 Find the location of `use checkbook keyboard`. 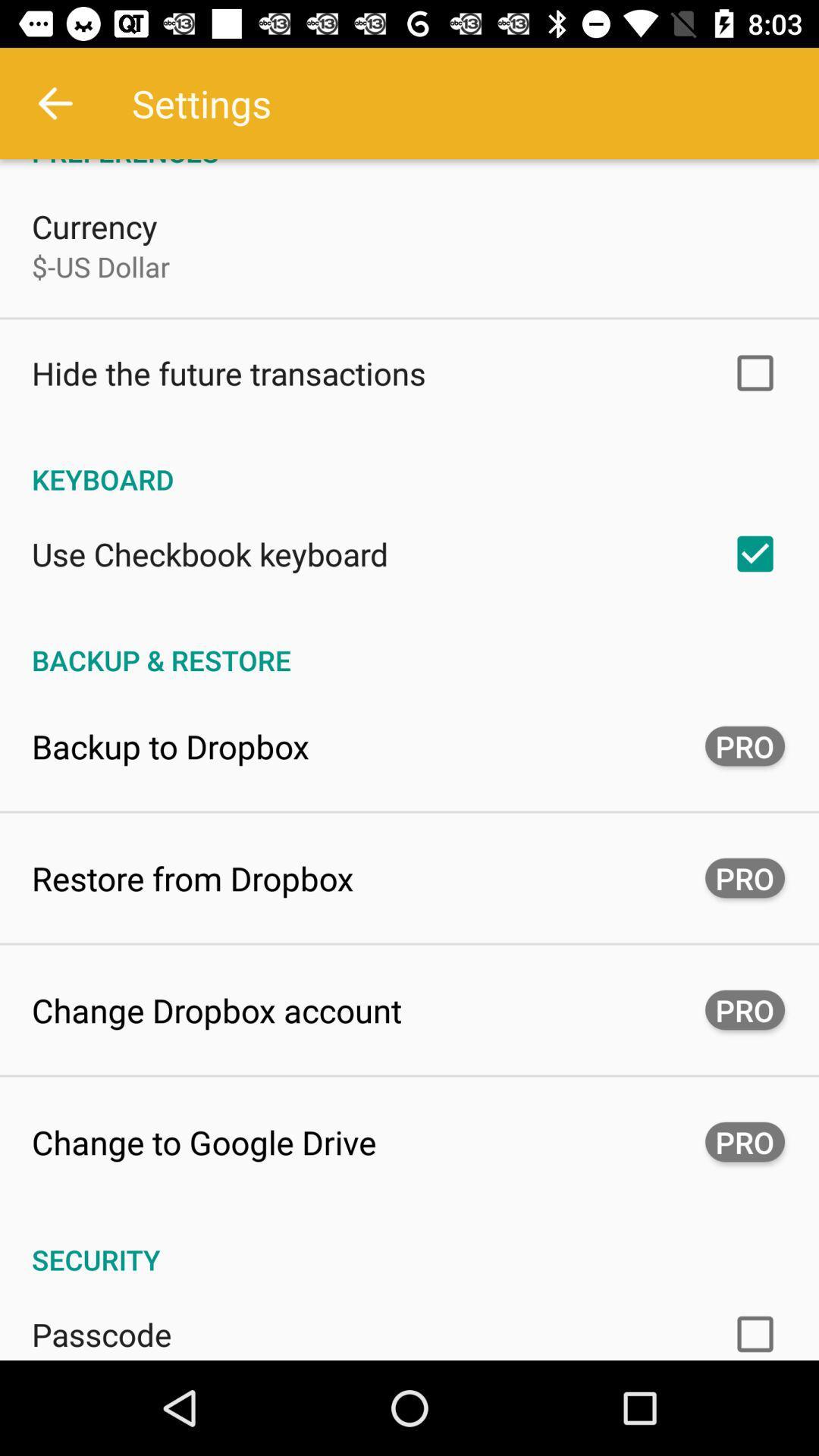

use checkbook keyboard is located at coordinates (210, 553).